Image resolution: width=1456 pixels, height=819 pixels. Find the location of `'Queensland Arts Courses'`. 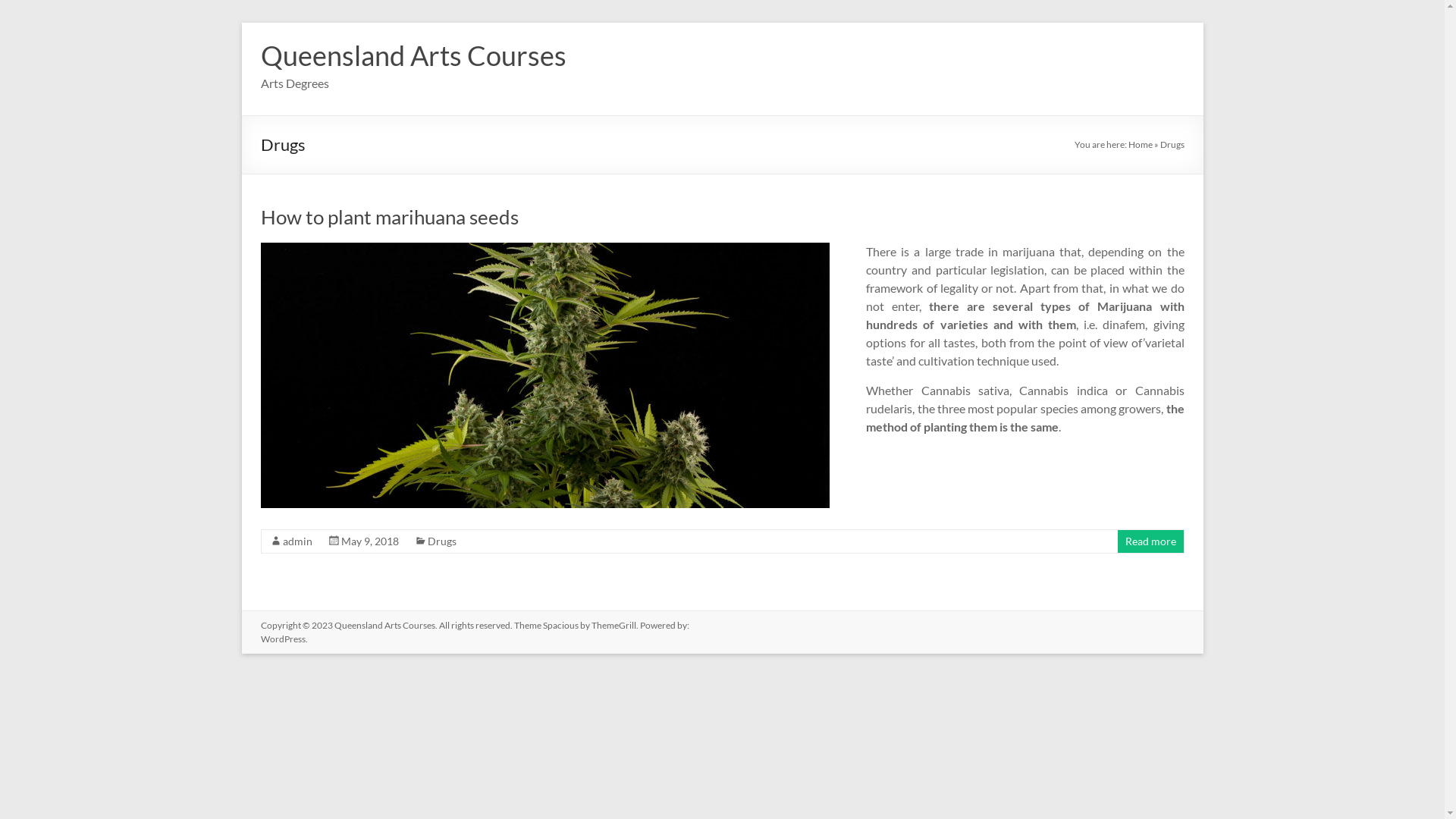

'Queensland Arts Courses' is located at coordinates (413, 55).